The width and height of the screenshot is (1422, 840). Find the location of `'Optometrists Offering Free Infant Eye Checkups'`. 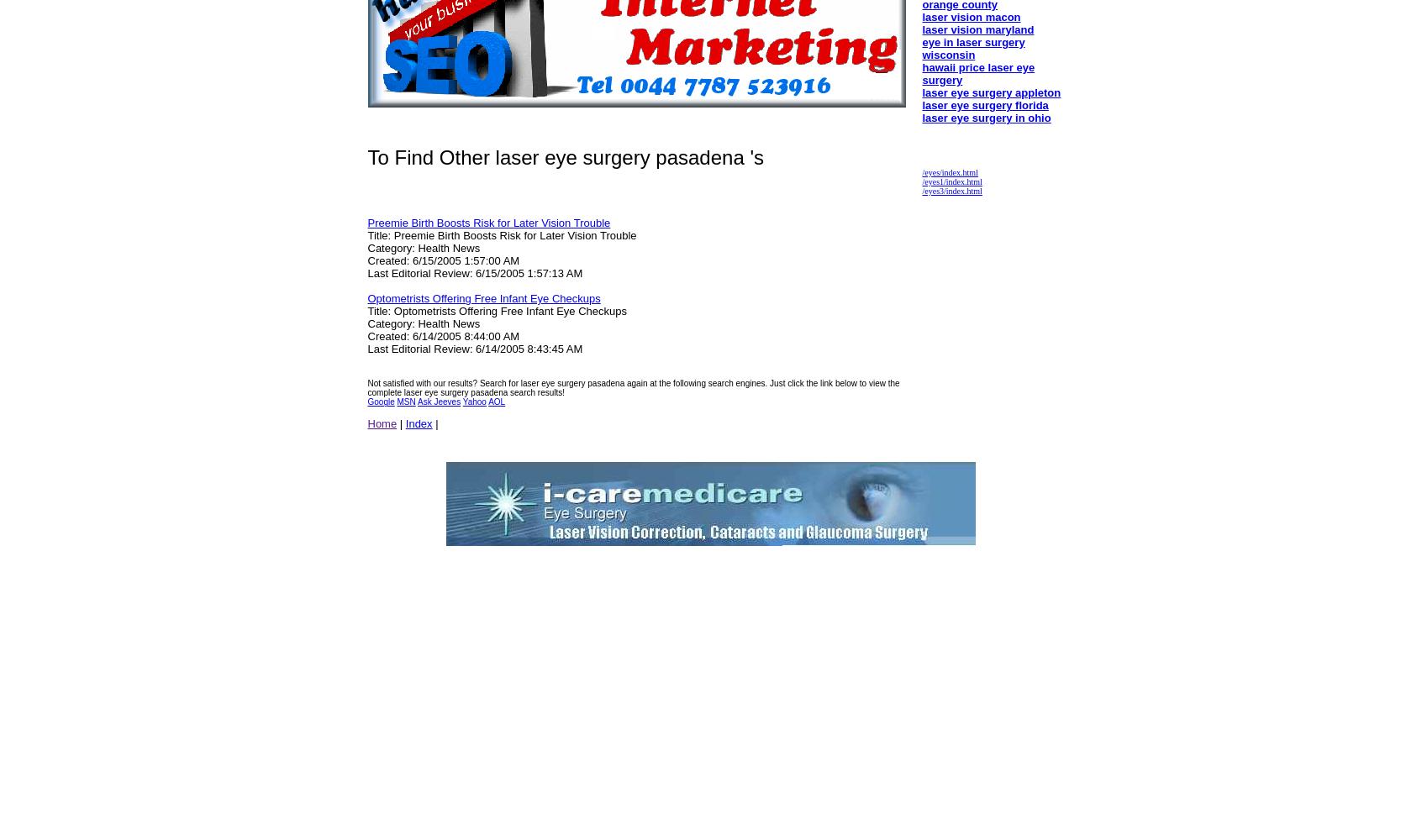

'Optometrists Offering Free Infant Eye Checkups' is located at coordinates (482, 297).